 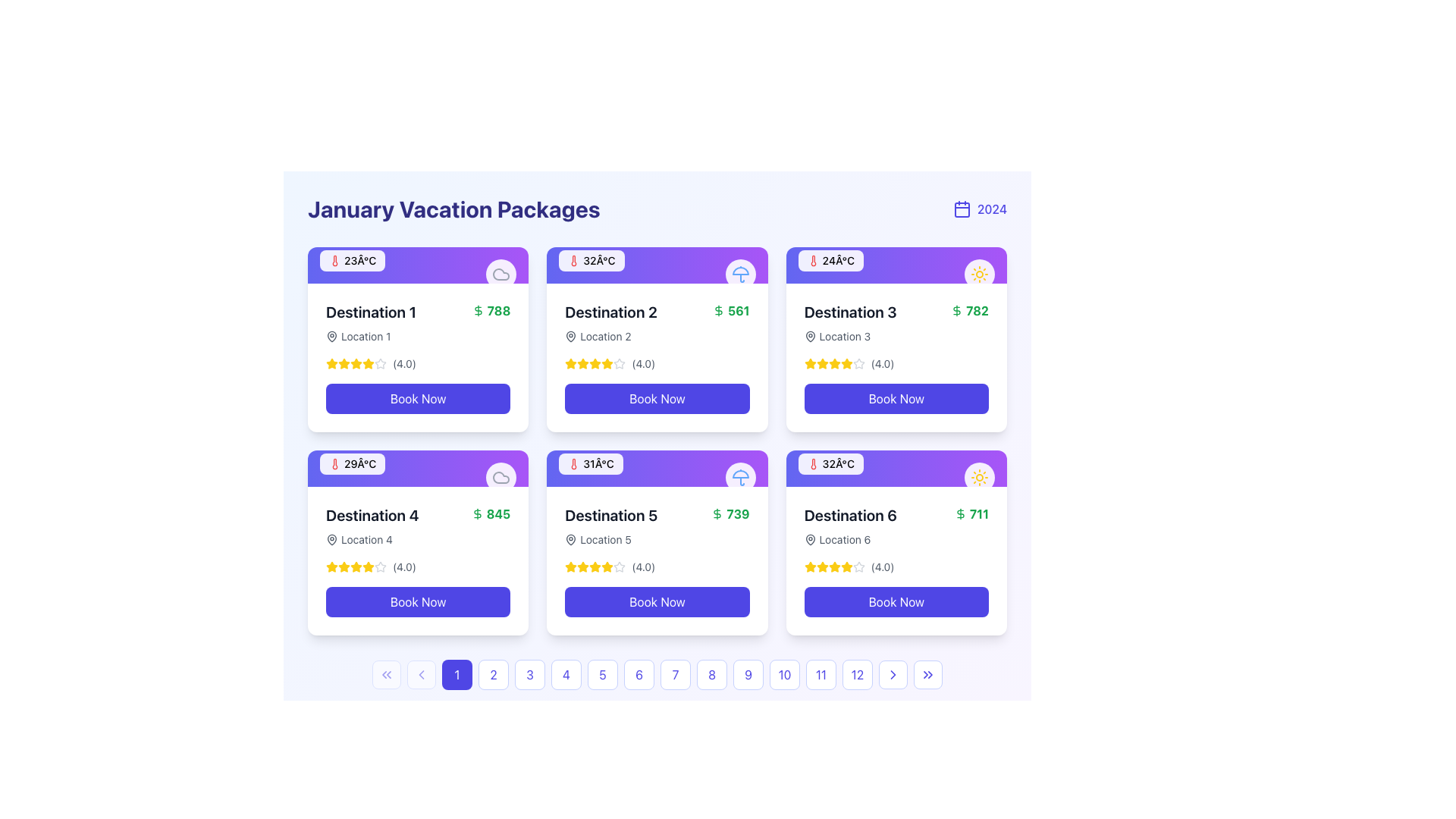 What do you see at coordinates (896, 357) in the screenshot?
I see `summarized vacation information displayed on the Card in the third position of the first row, which includes details such as title, location, rating, and price` at bounding box center [896, 357].